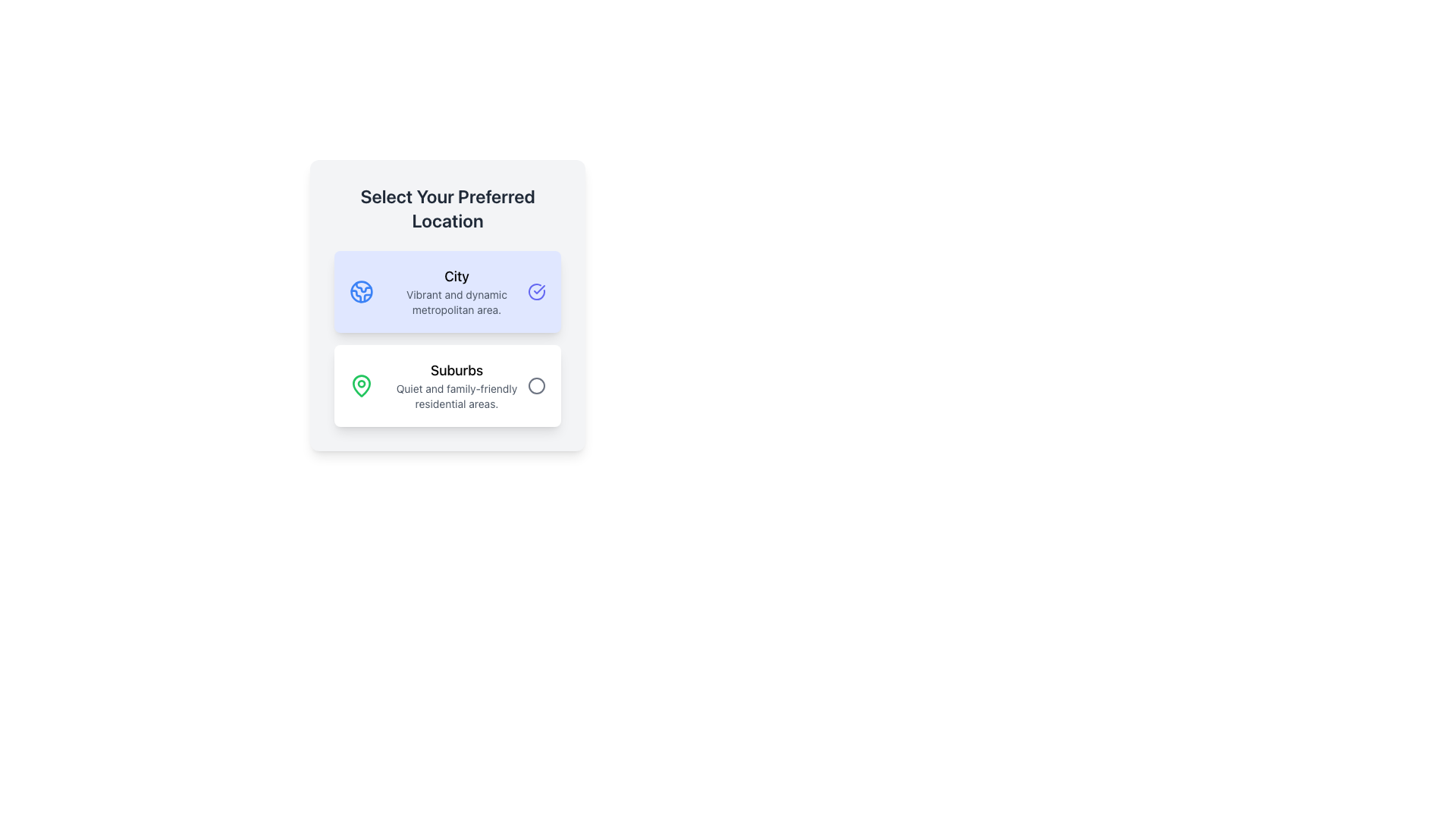 This screenshot has width=1456, height=819. Describe the element at coordinates (360, 384) in the screenshot. I see `the decorative icon representing the 'Suburbs' option, which is located at the start of the option's row, to the left of the descriptive text 'Quiet and family-friendly residential areas.'` at that location.